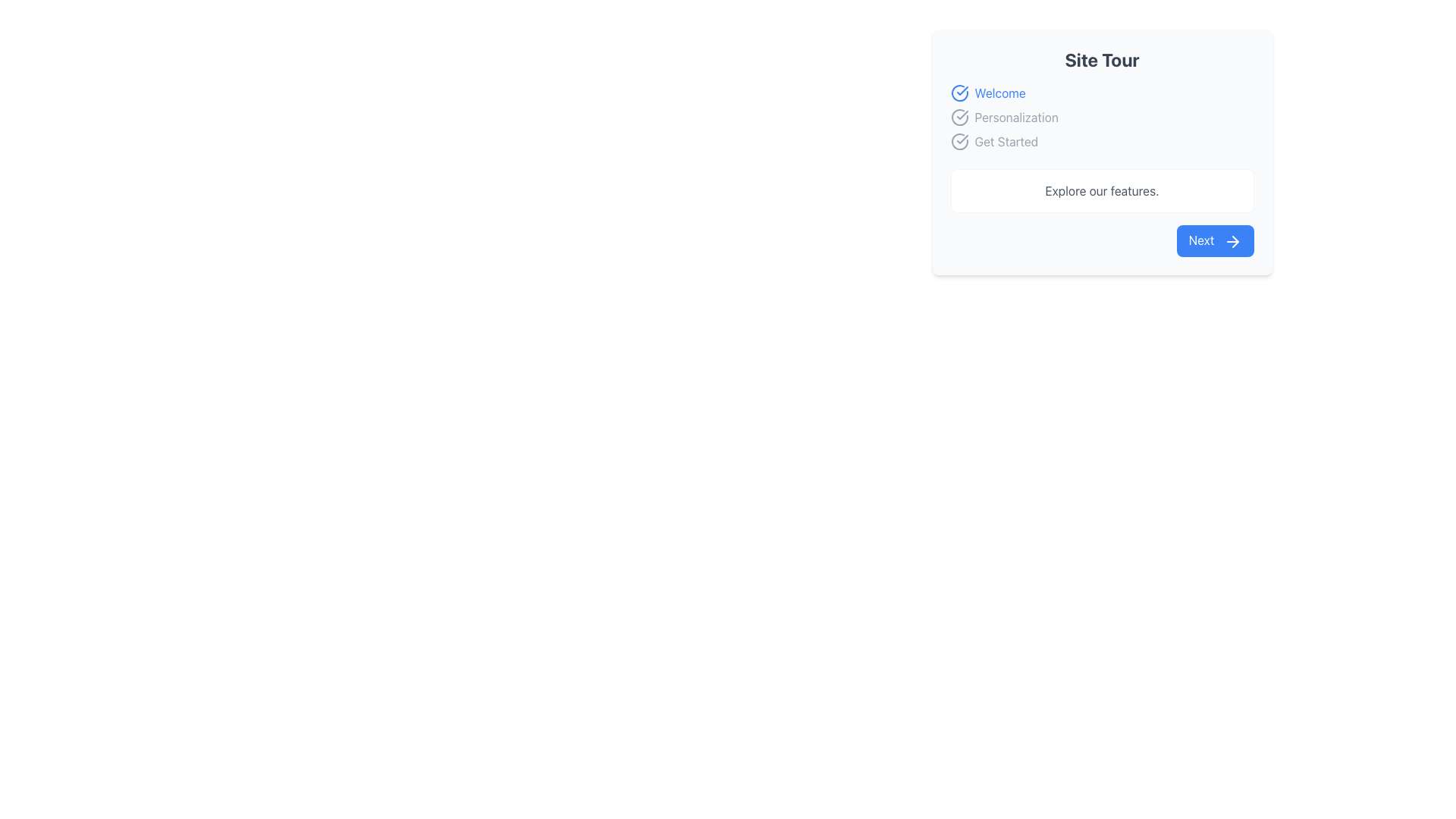 Image resolution: width=1456 pixels, height=819 pixels. Describe the element at coordinates (959, 116) in the screenshot. I see `the circular outline icon representing a status marker, located to the left of the 'Personalization' text in the step-by-step guide interface` at that location.